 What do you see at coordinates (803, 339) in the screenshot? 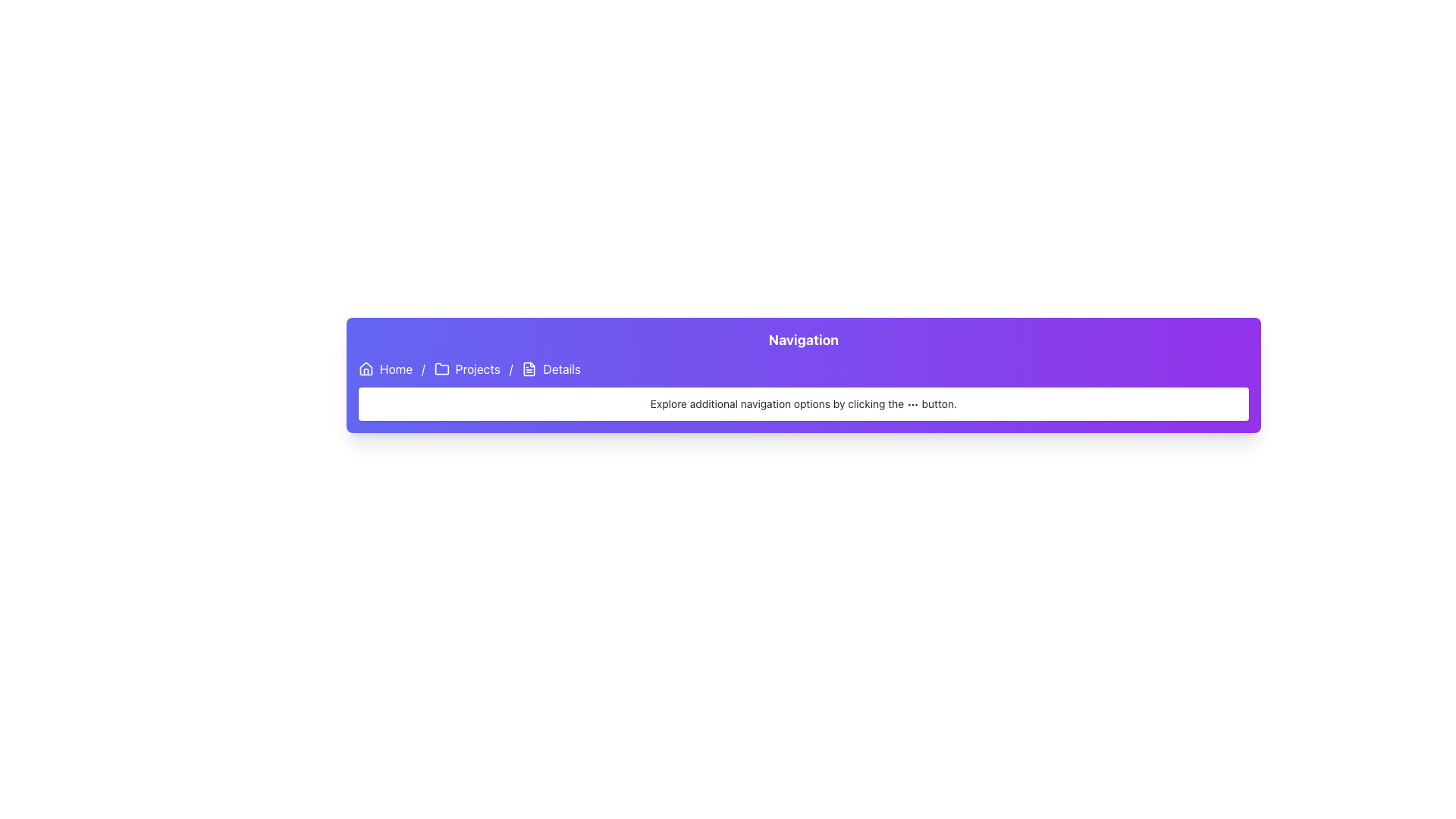
I see `the bolded text label displaying 'Navigation' at the top of the purple gradient header section` at bounding box center [803, 339].